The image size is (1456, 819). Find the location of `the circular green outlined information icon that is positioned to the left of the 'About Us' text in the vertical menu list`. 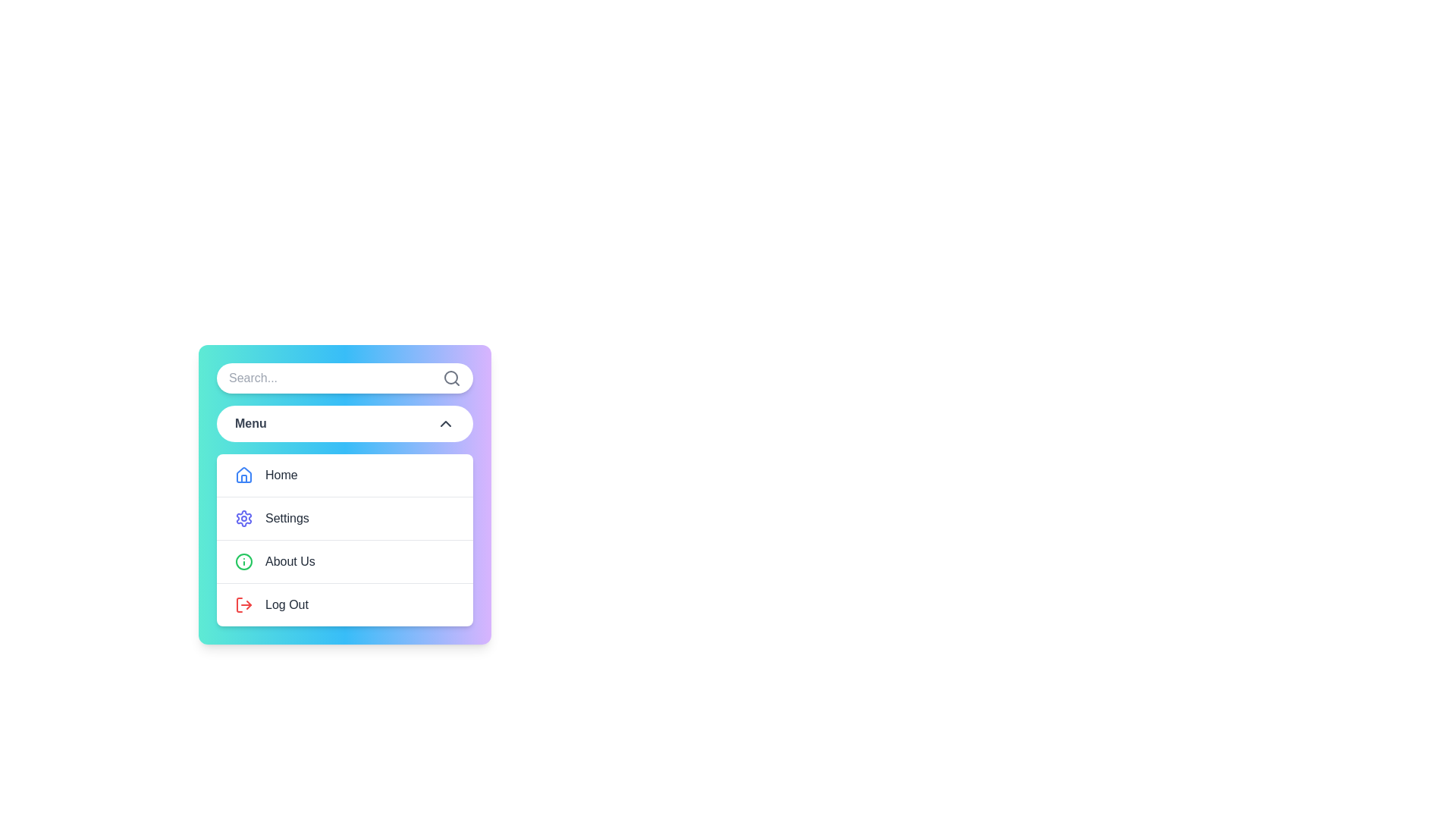

the circular green outlined information icon that is positioned to the left of the 'About Us' text in the vertical menu list is located at coordinates (243, 561).